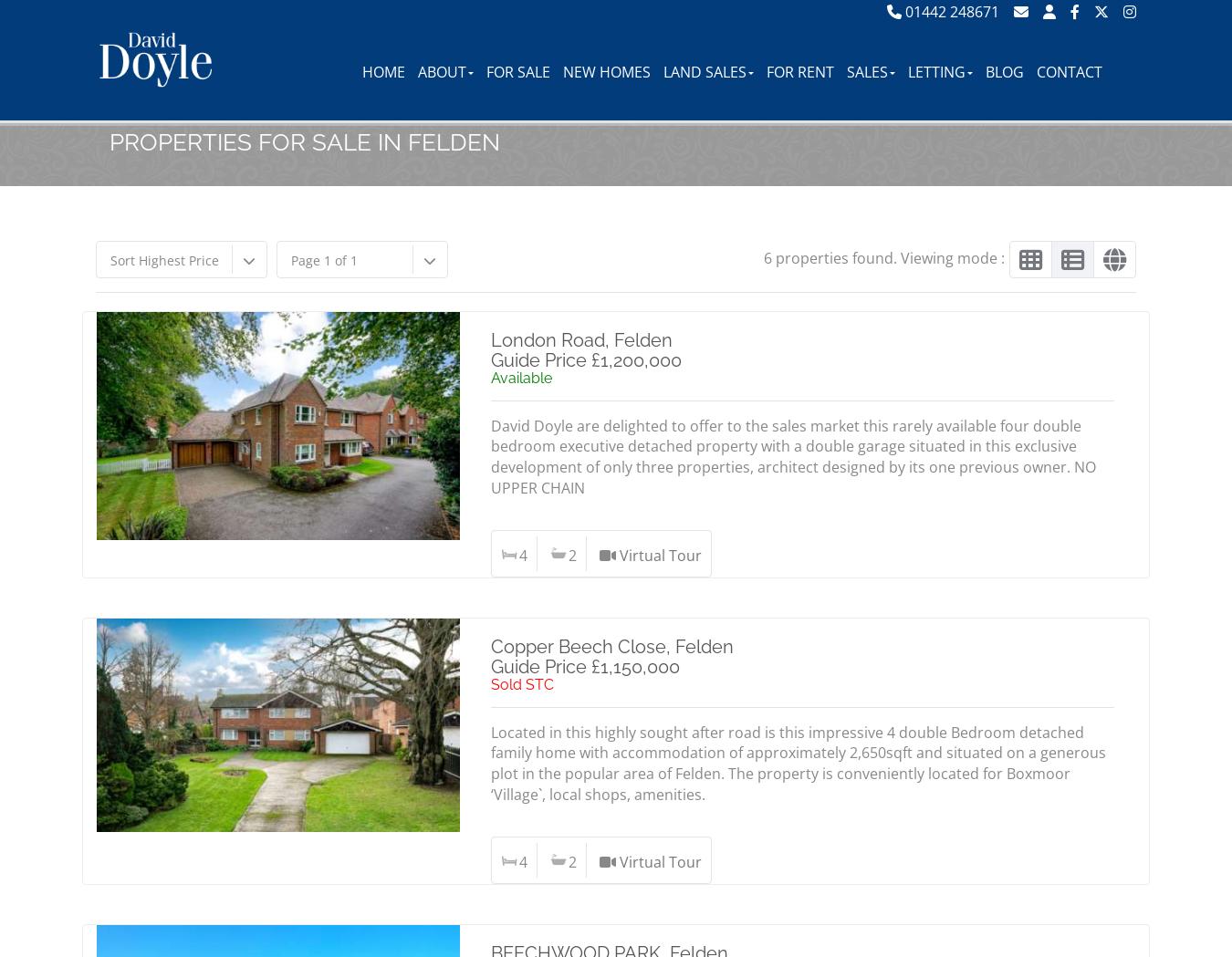 The image size is (1232, 957). I want to click on '6 properties found. Viewing mode :', so click(764, 258).